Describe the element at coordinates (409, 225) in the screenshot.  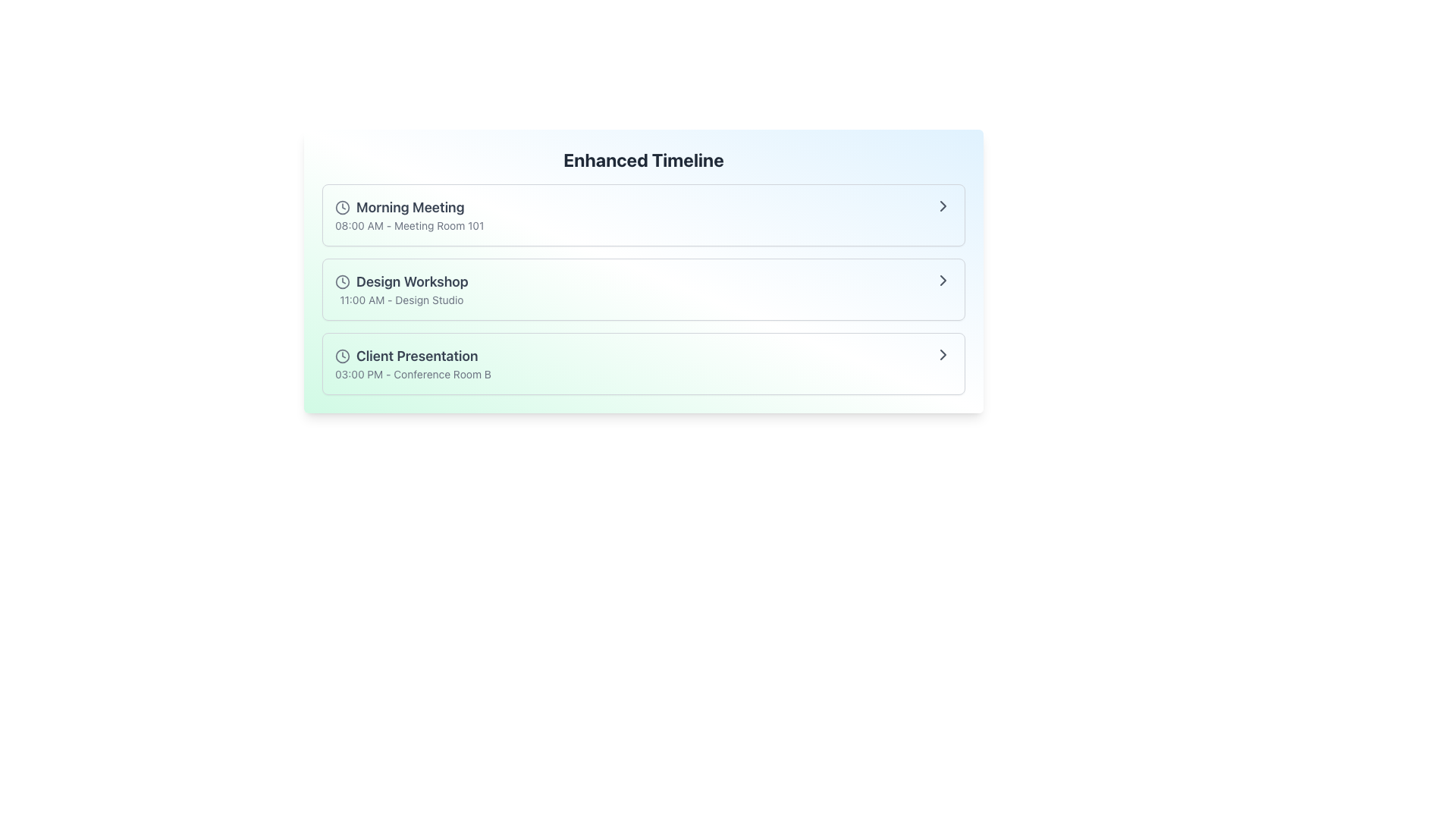
I see `the descriptive subtitle text label for the 'Morning Meeting' event, located directly below the section's title` at that location.